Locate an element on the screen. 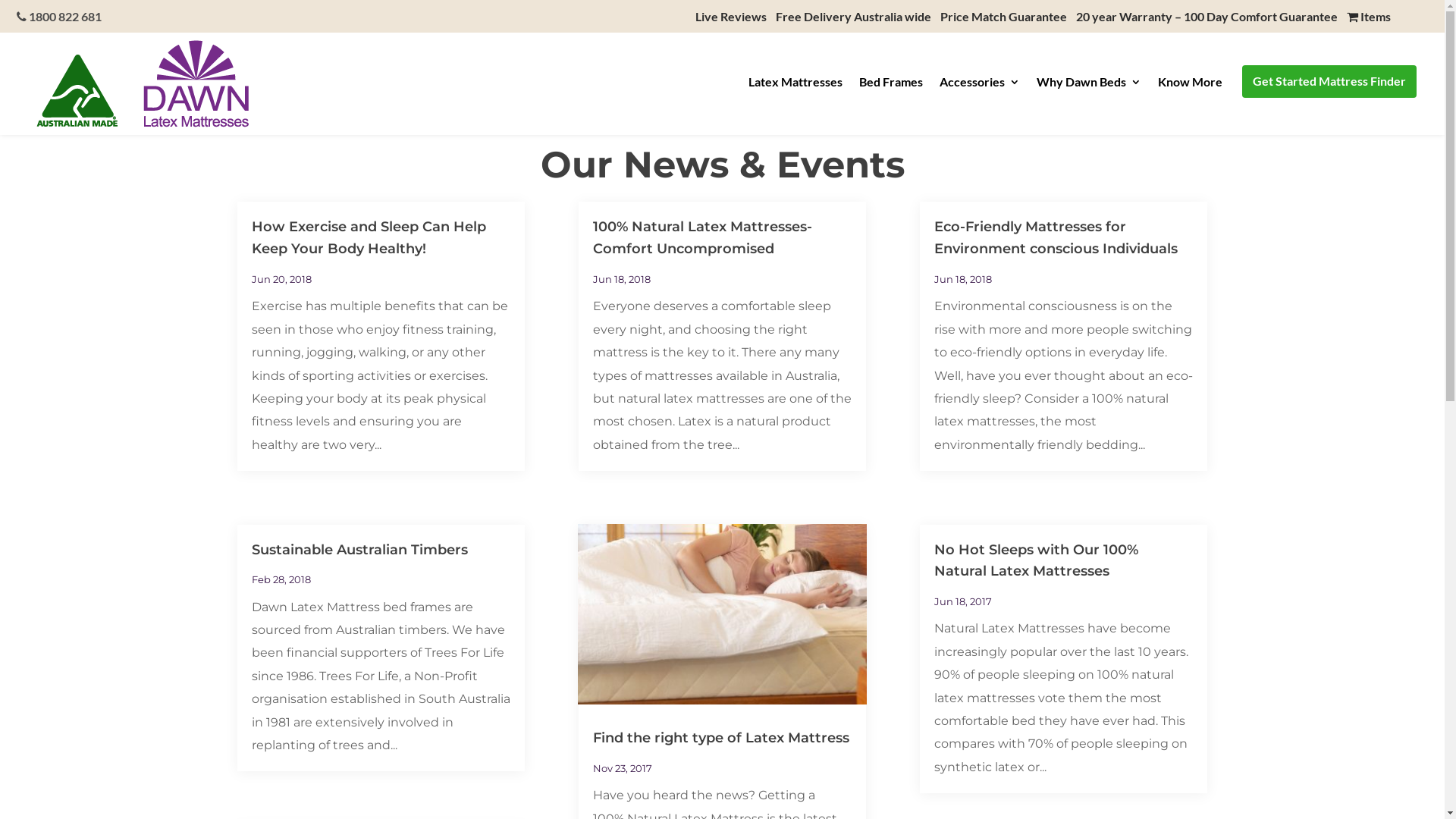 This screenshot has height=819, width=1456. 'dawnlatexmattresseslogo_wss_3' is located at coordinates (142, 83).